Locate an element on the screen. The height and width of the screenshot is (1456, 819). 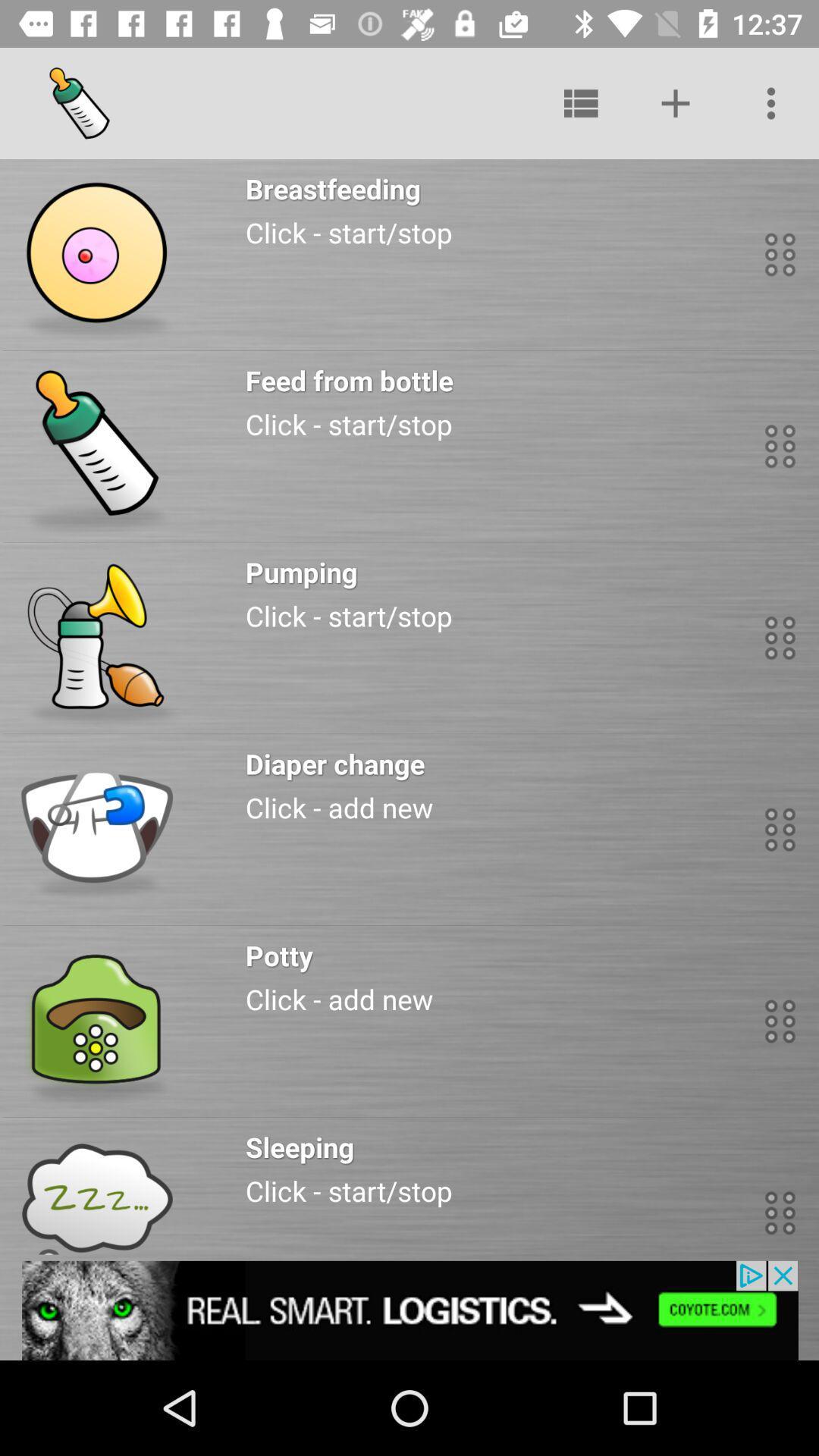
announcement is located at coordinates (409, 1310).